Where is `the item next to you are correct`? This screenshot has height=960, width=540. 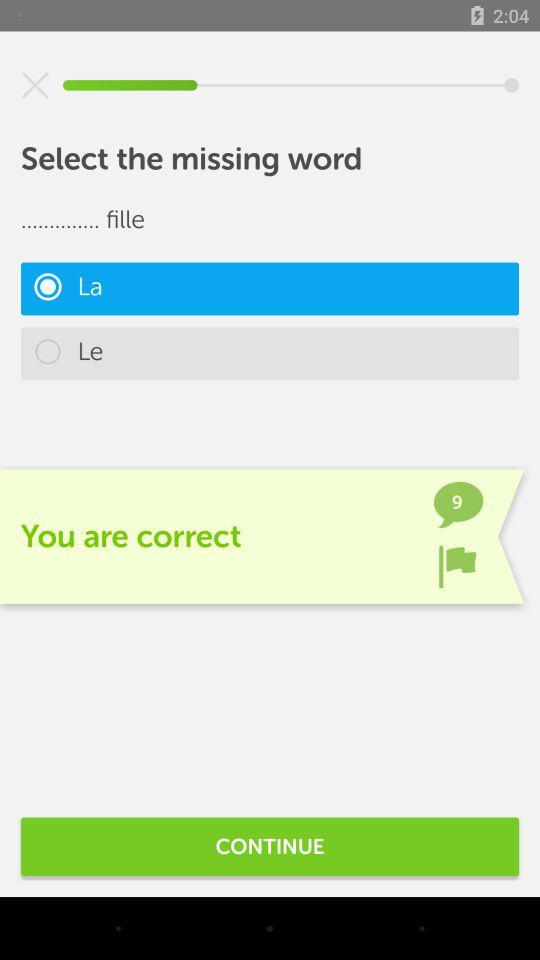
the item next to you are correct is located at coordinates (457, 566).